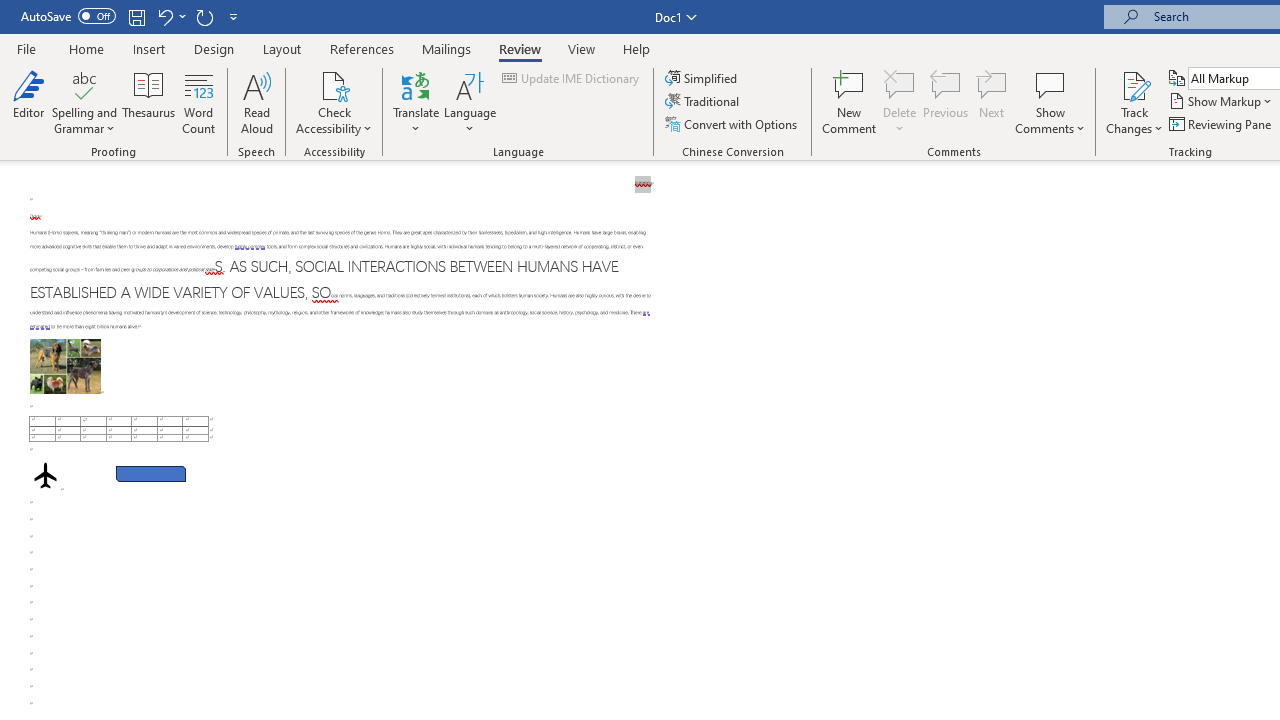 The height and width of the screenshot is (720, 1280). I want to click on 'New Comment', so click(849, 103).